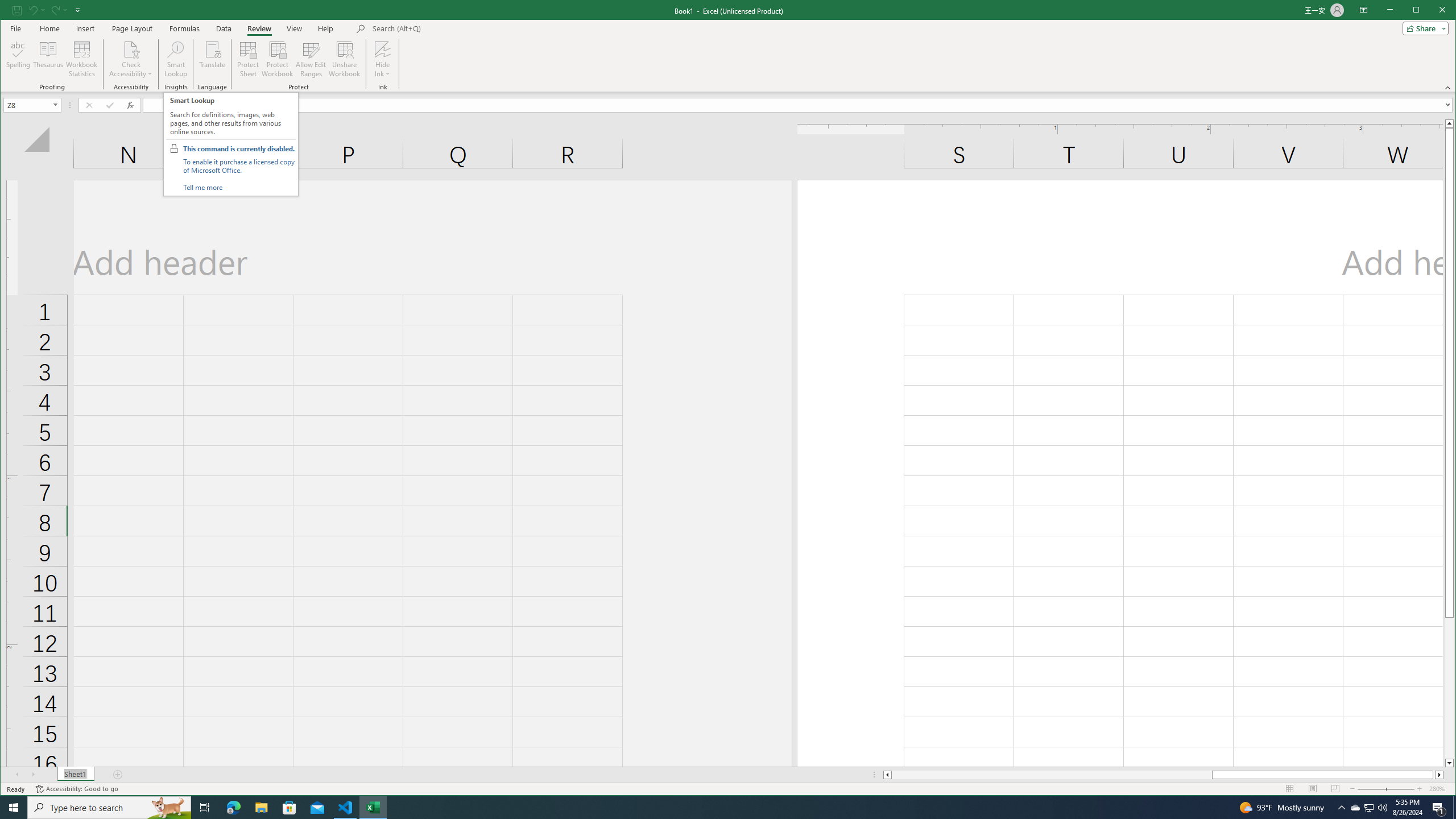 The image size is (1456, 819). I want to click on 'Hide Ink', so click(382, 48).